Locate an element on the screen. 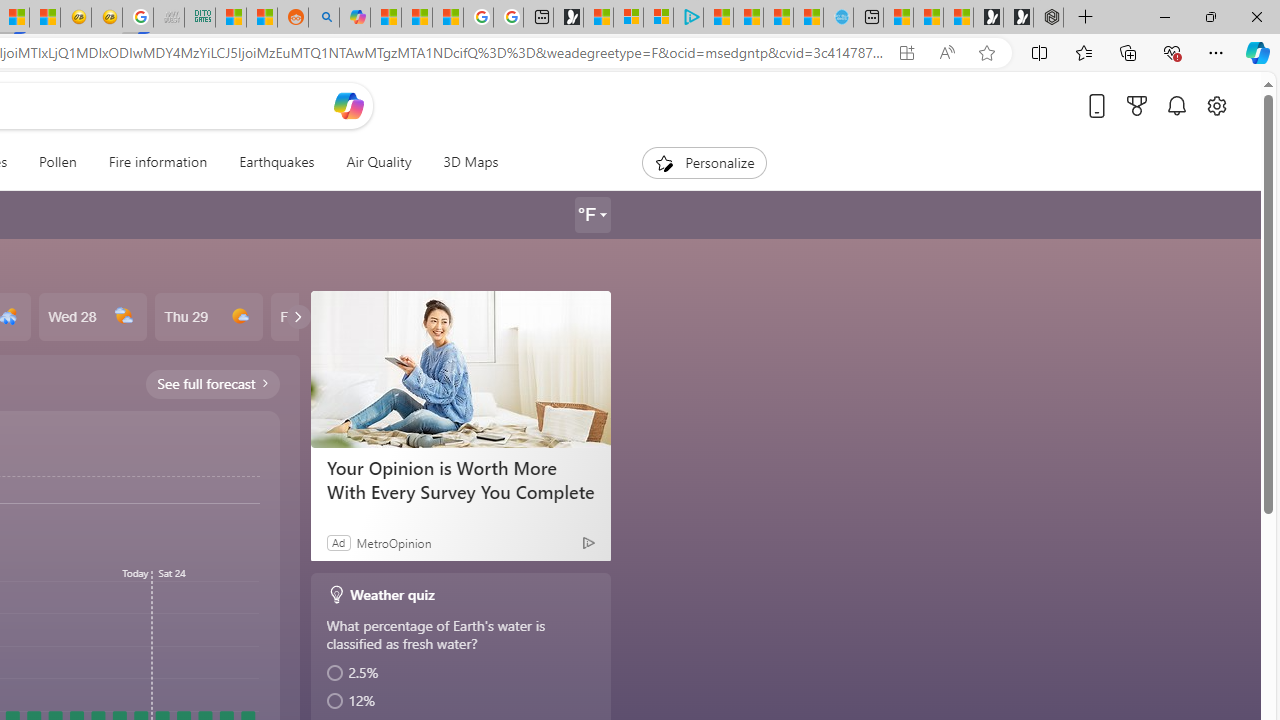 The image size is (1280, 720). 'DITOGAMES AG Imprint' is located at coordinates (200, 17).